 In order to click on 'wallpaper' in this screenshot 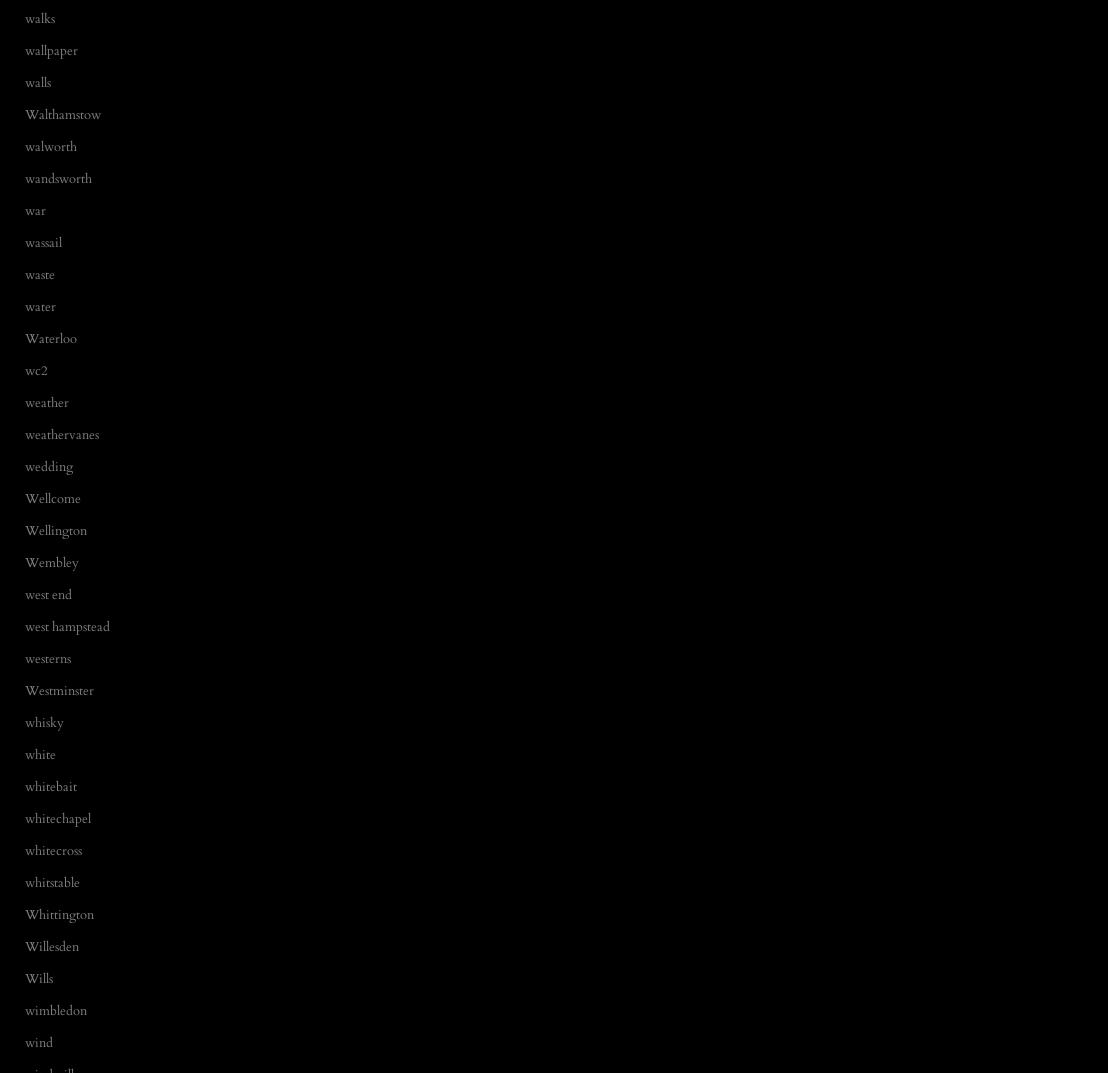, I will do `click(50, 49)`.